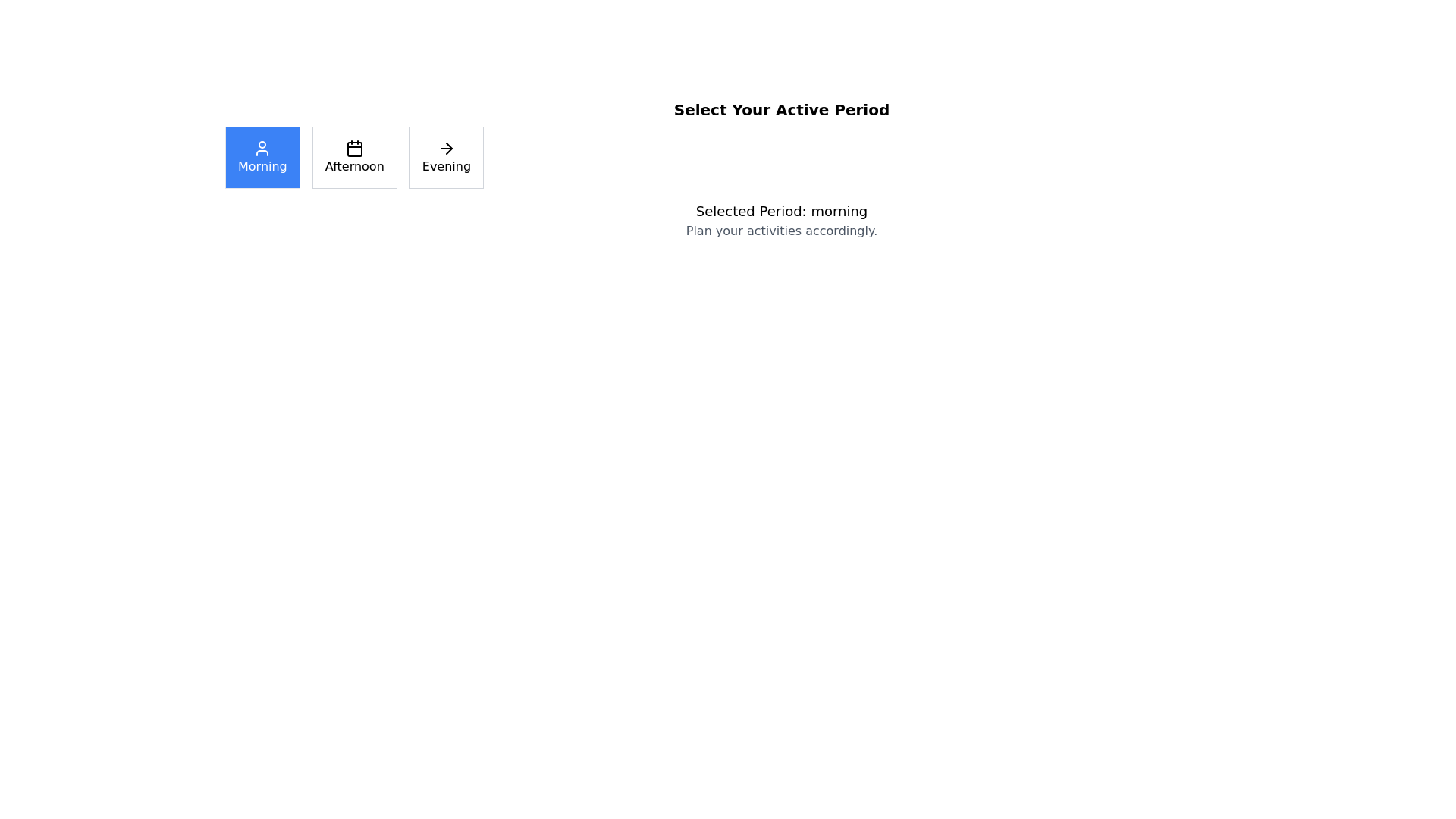 The height and width of the screenshot is (819, 1456). Describe the element at coordinates (353, 158) in the screenshot. I see `the central button labeled 'Afternoon'` at that location.